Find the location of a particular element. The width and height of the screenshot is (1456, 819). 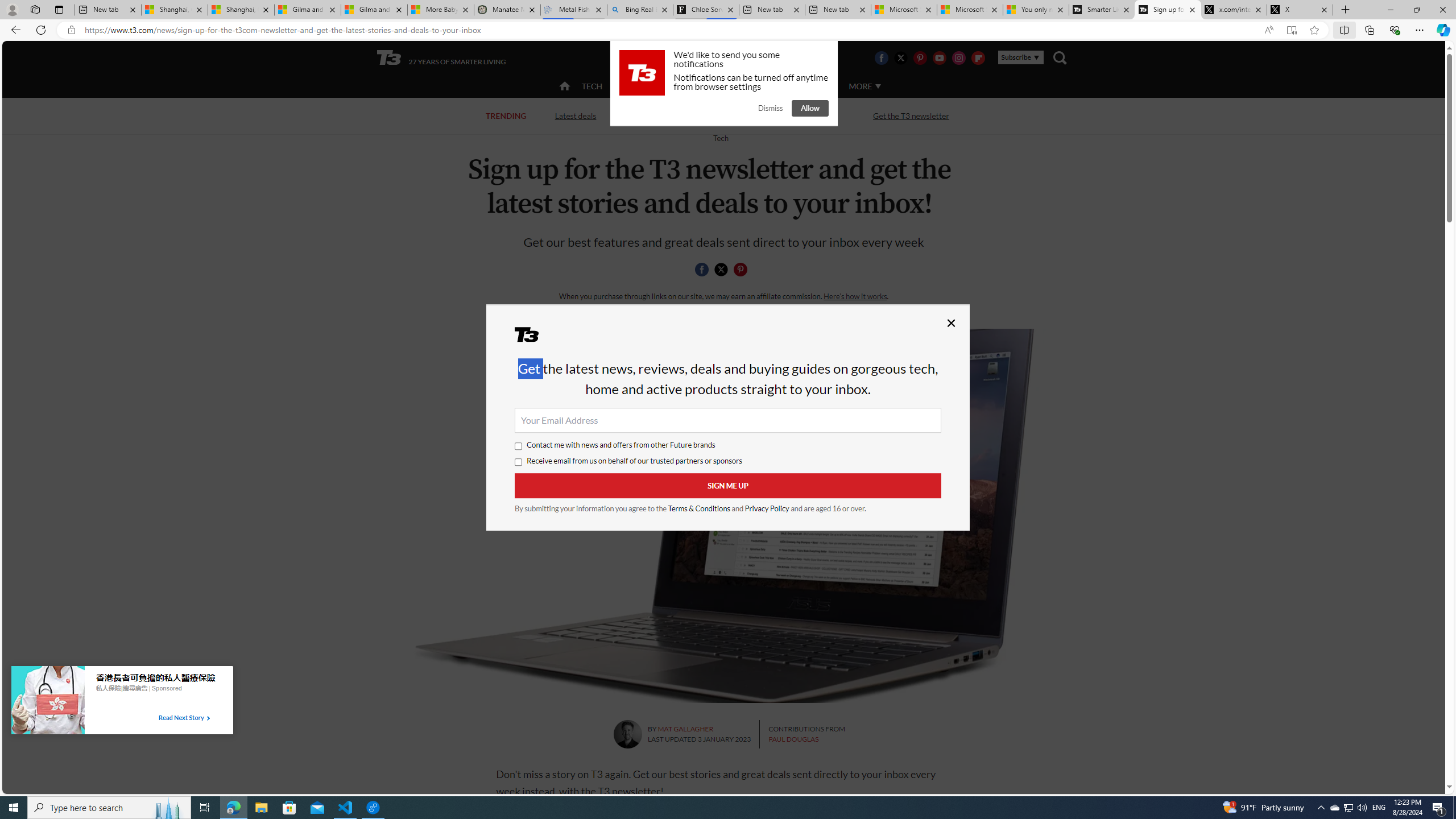

'Privacy Policy' is located at coordinates (766, 508).